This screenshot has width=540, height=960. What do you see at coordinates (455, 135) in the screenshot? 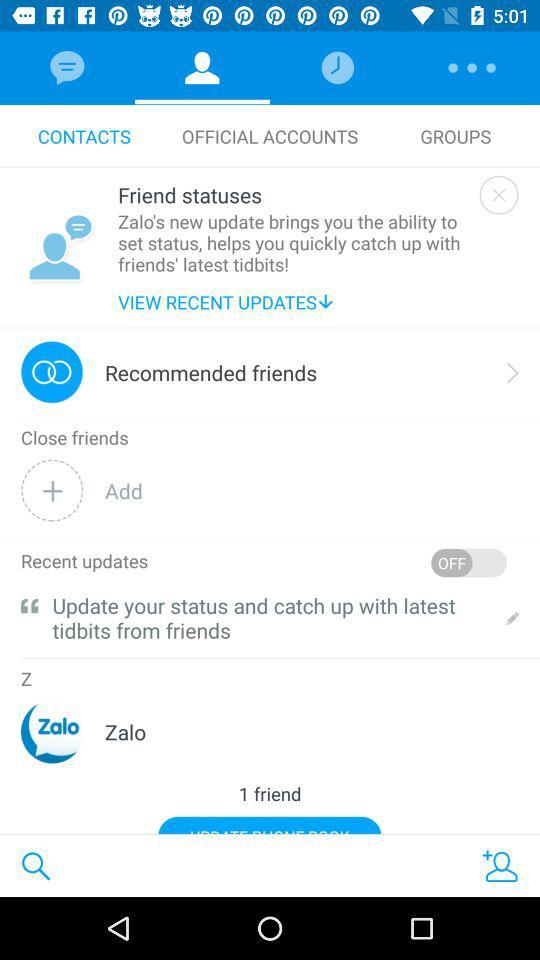
I see `item to the right of the official accounts` at bounding box center [455, 135].